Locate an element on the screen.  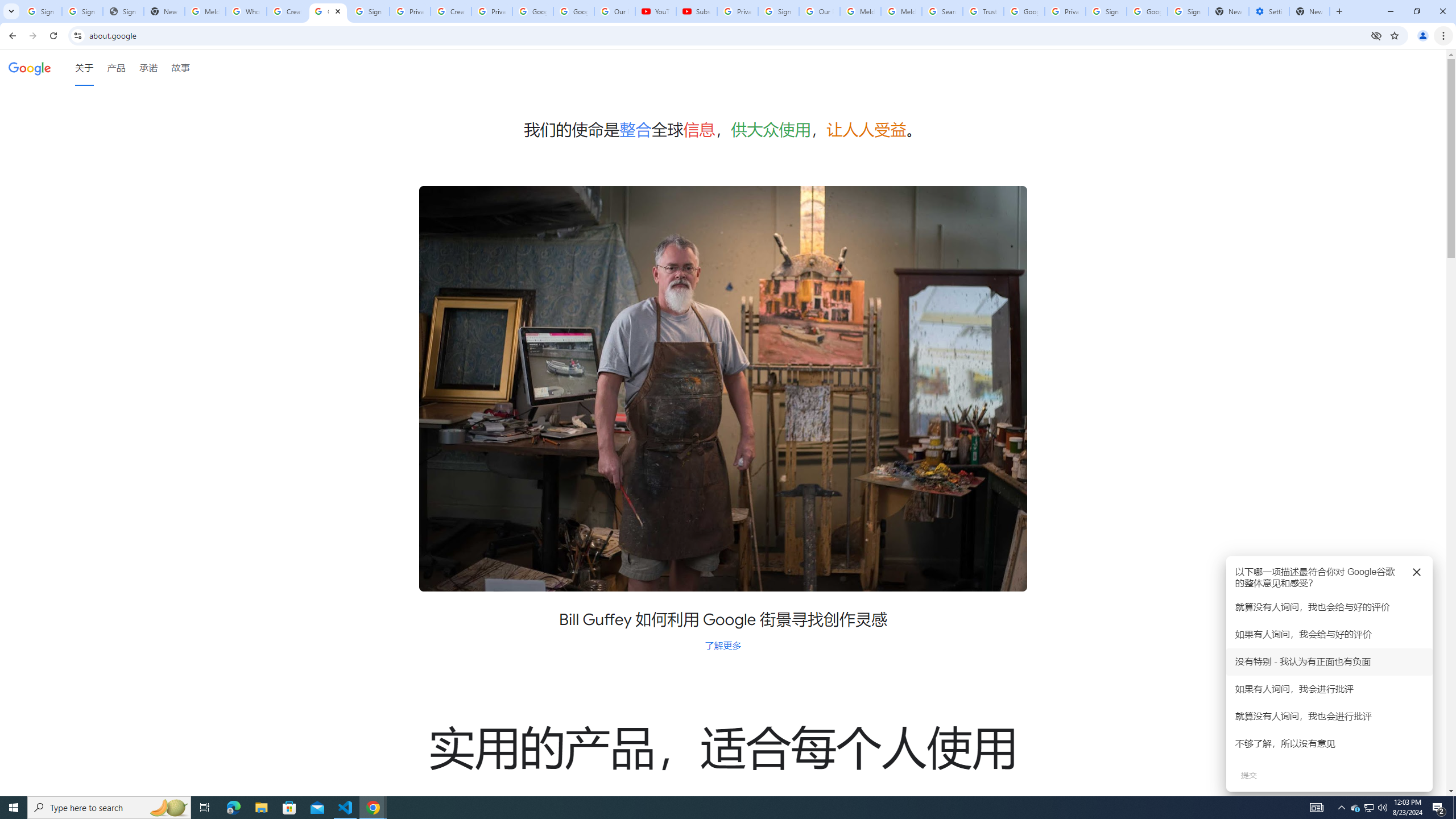
'Sign In - USA TODAY' is located at coordinates (123, 11).